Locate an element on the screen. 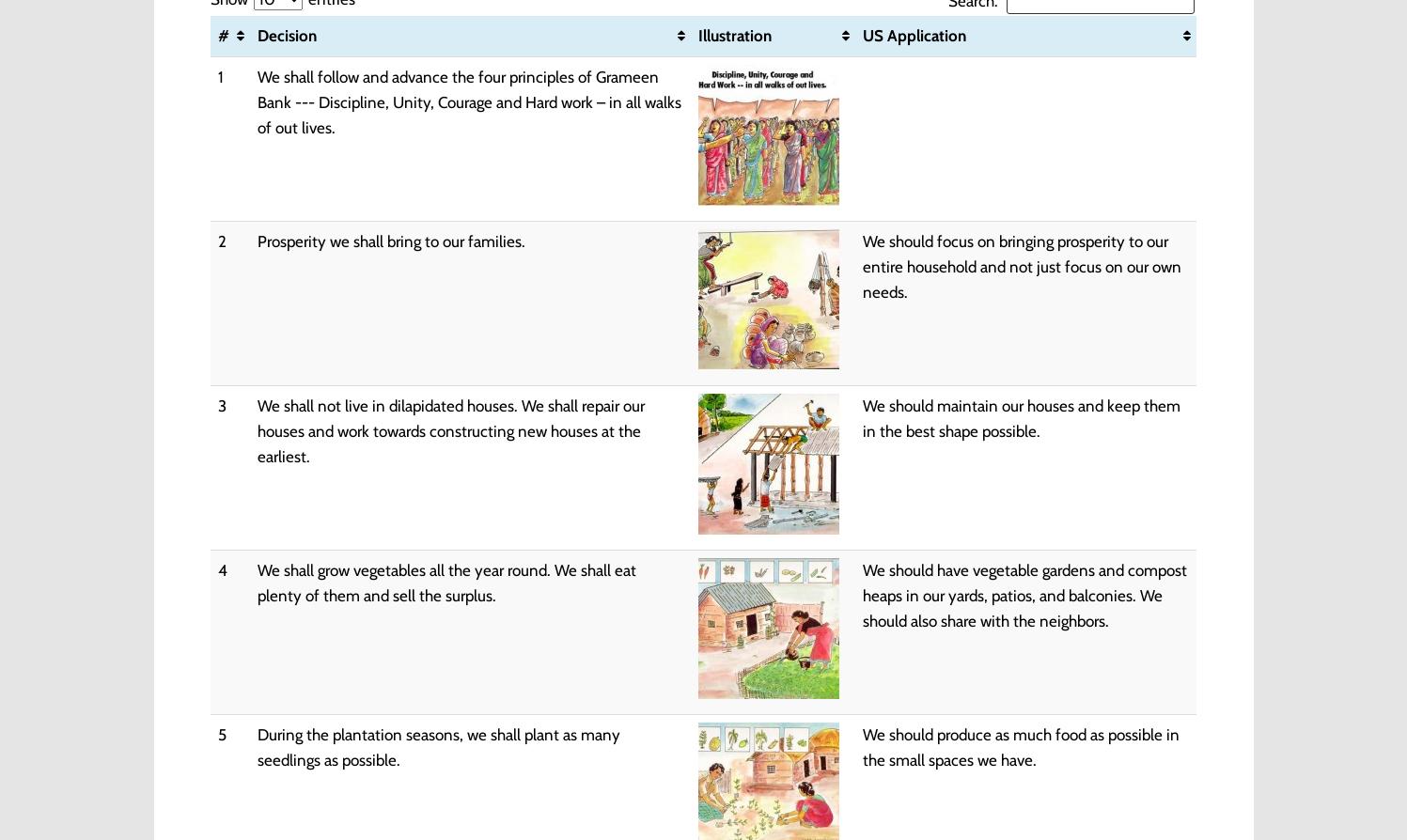  'Illustration' is located at coordinates (733, 35).